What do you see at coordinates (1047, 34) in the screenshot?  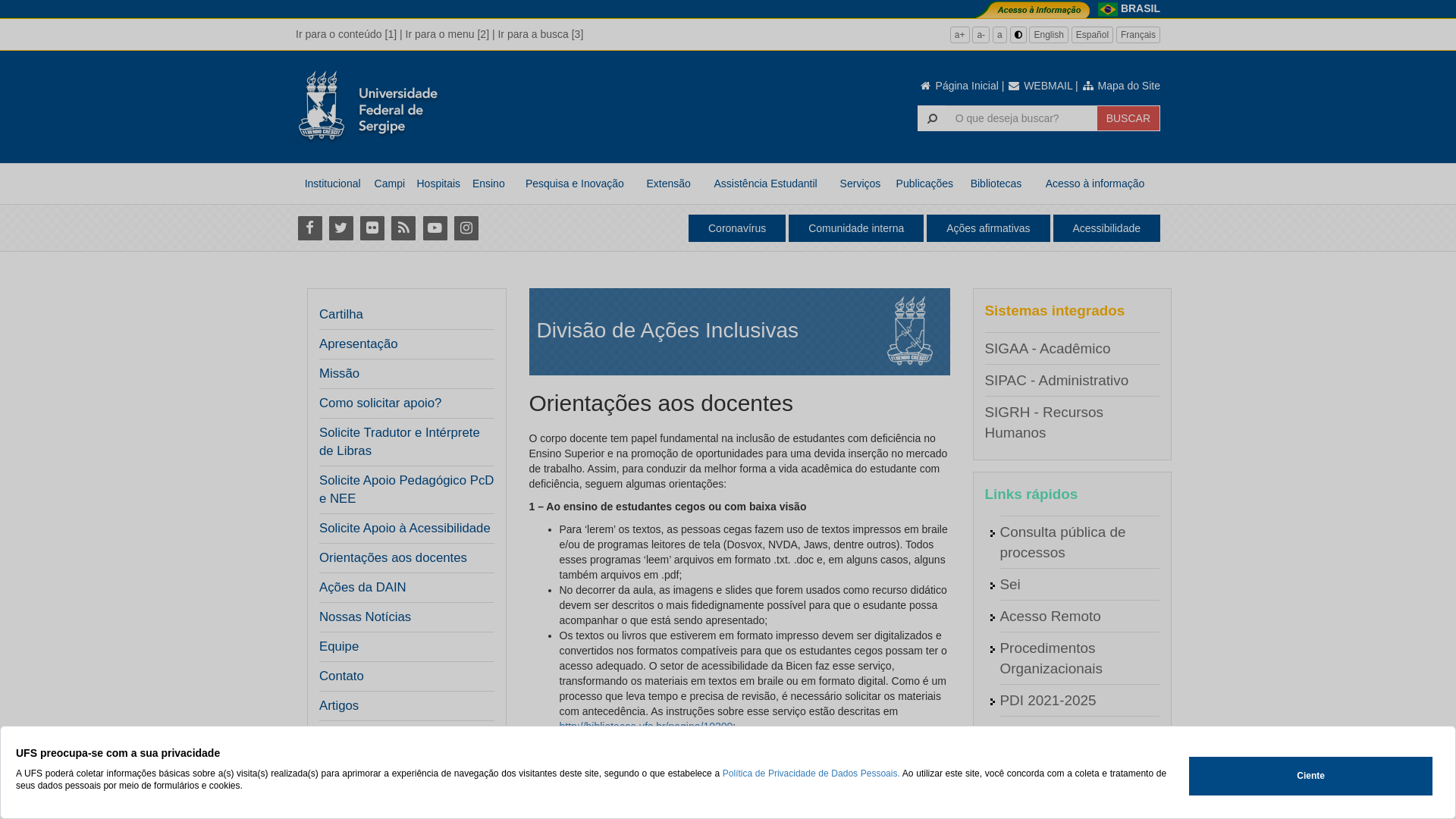 I see `'English'` at bounding box center [1047, 34].